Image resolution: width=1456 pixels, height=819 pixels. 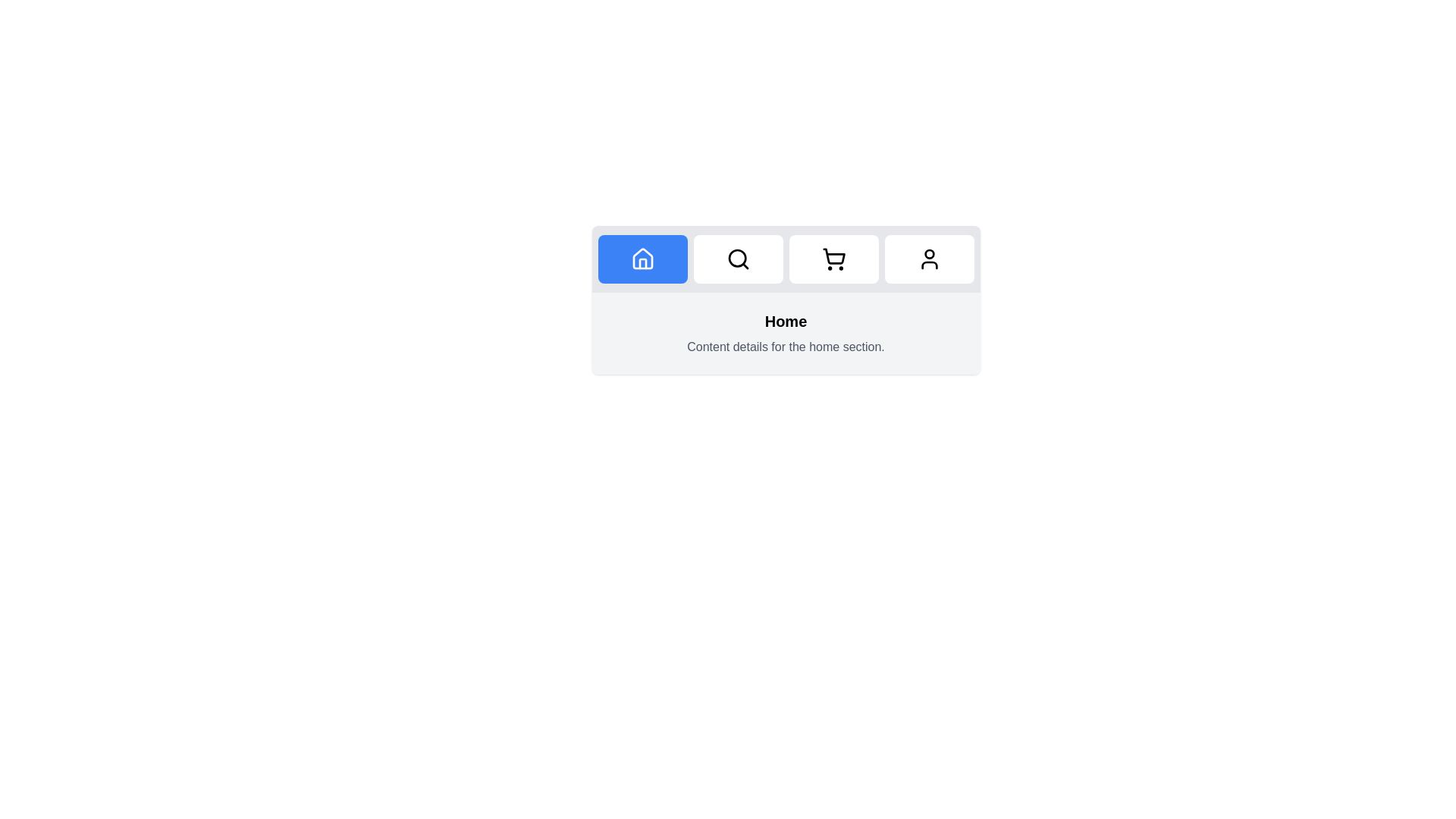 What do you see at coordinates (833, 259) in the screenshot?
I see `the shopping cart button, which is the third button in a row of four, to trigger any hover effects or tooltips` at bounding box center [833, 259].